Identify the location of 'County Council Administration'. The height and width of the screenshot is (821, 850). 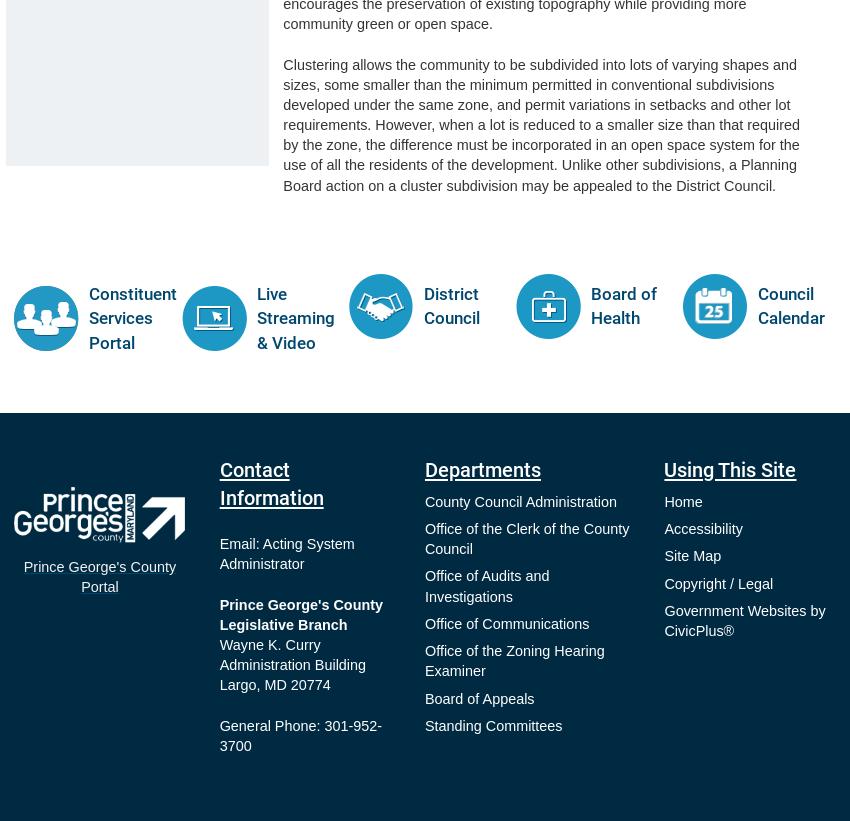
(423, 499).